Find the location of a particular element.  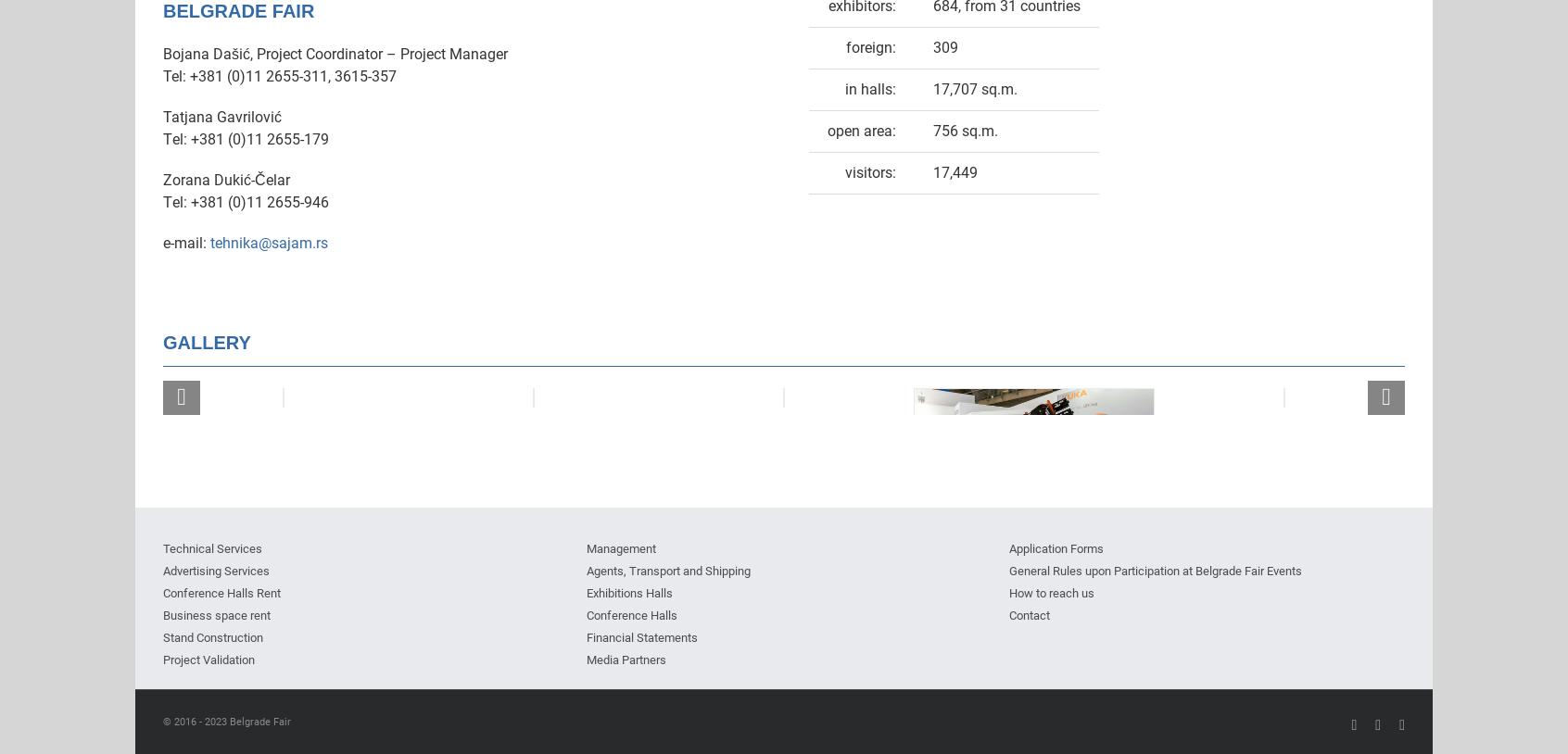

'Media Partners' is located at coordinates (625, 659).